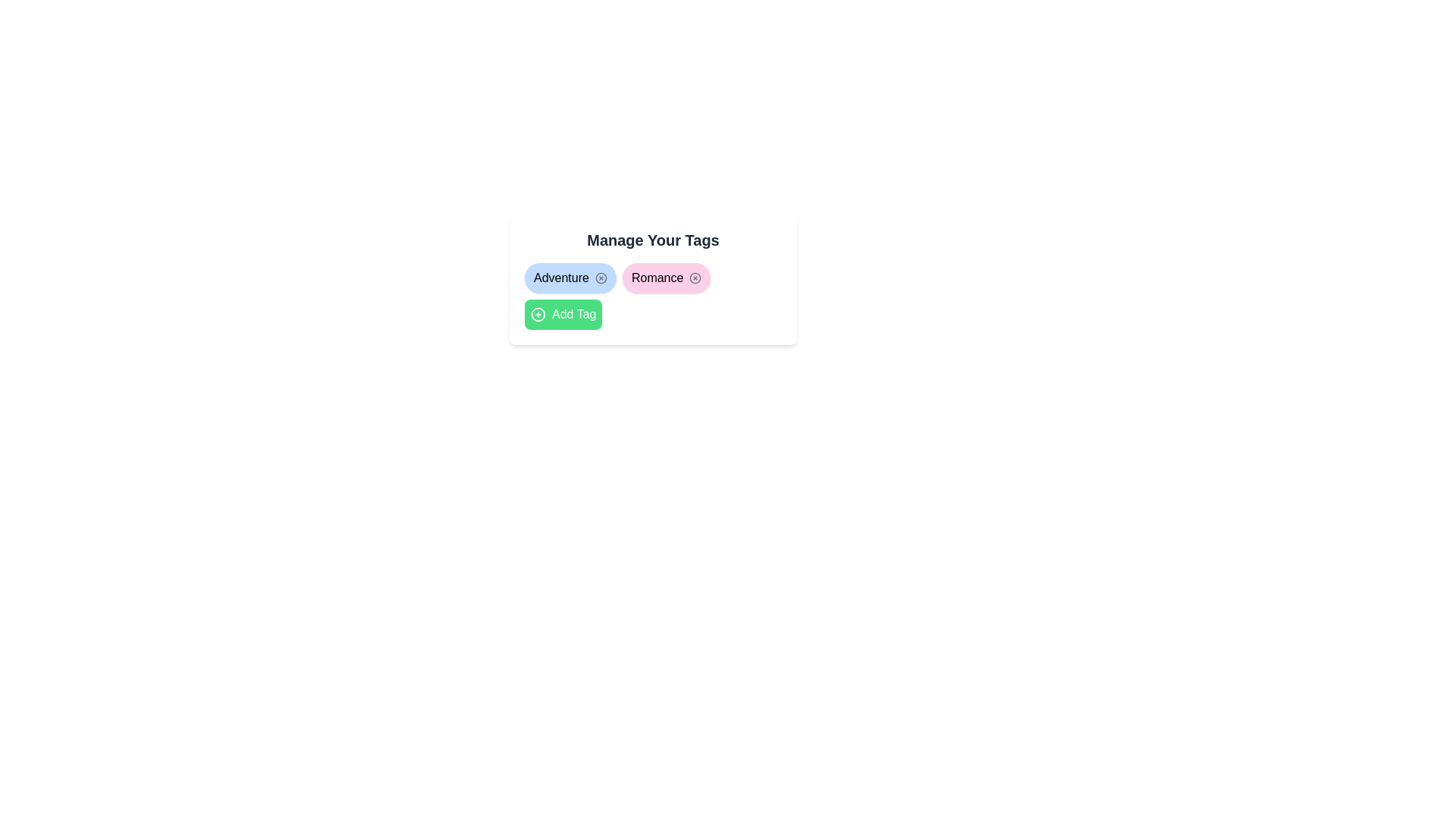 The height and width of the screenshot is (819, 1456). Describe the element at coordinates (695, 278) in the screenshot. I see `'X' button of the tag labeled Romance to remove it` at that location.